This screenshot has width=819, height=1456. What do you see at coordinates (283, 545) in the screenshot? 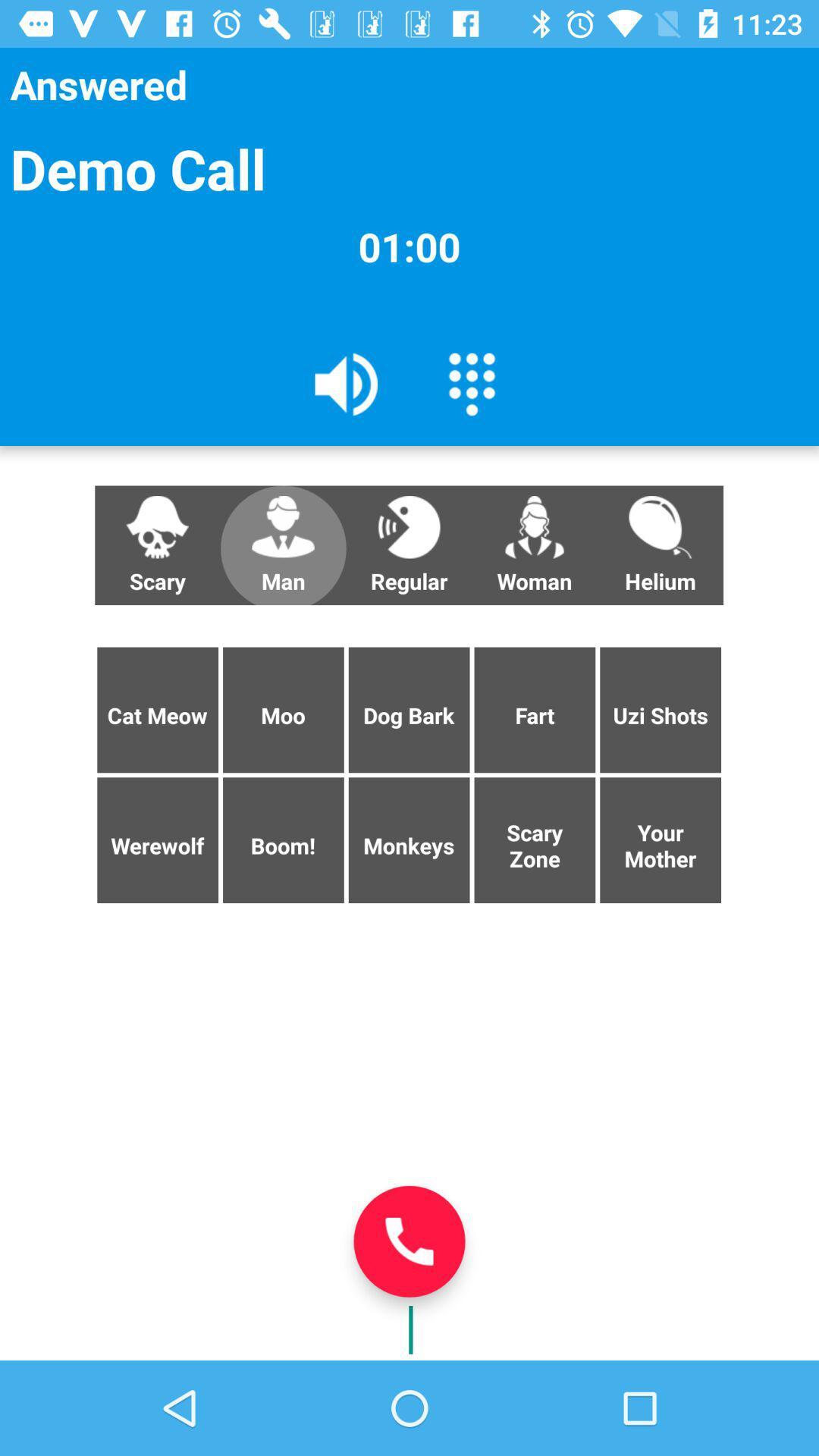
I see `the item to the left of the regular` at bounding box center [283, 545].